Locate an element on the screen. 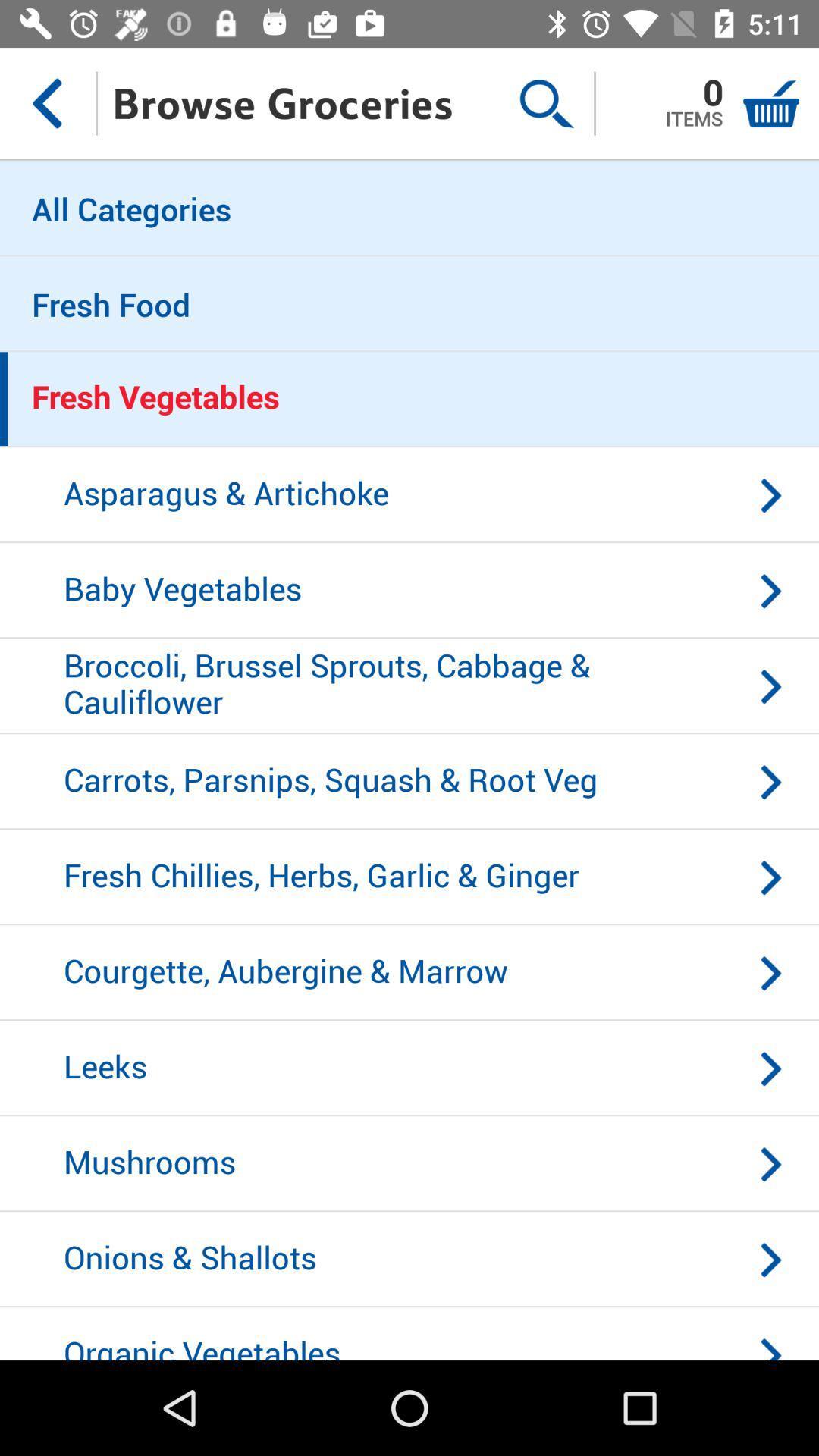 This screenshot has width=819, height=1456. the broccoli brussel sprouts is located at coordinates (409, 686).